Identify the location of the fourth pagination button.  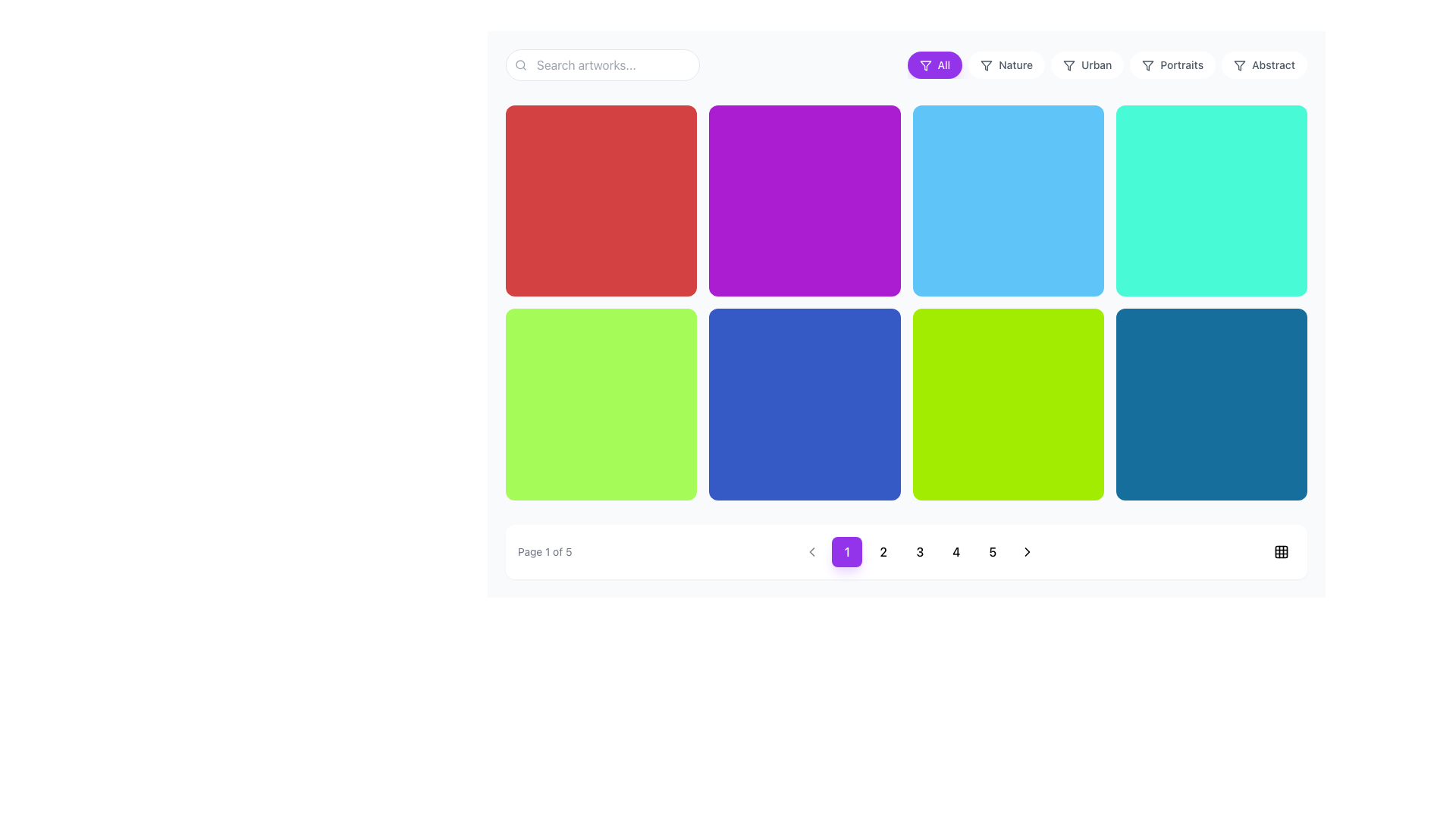
(955, 551).